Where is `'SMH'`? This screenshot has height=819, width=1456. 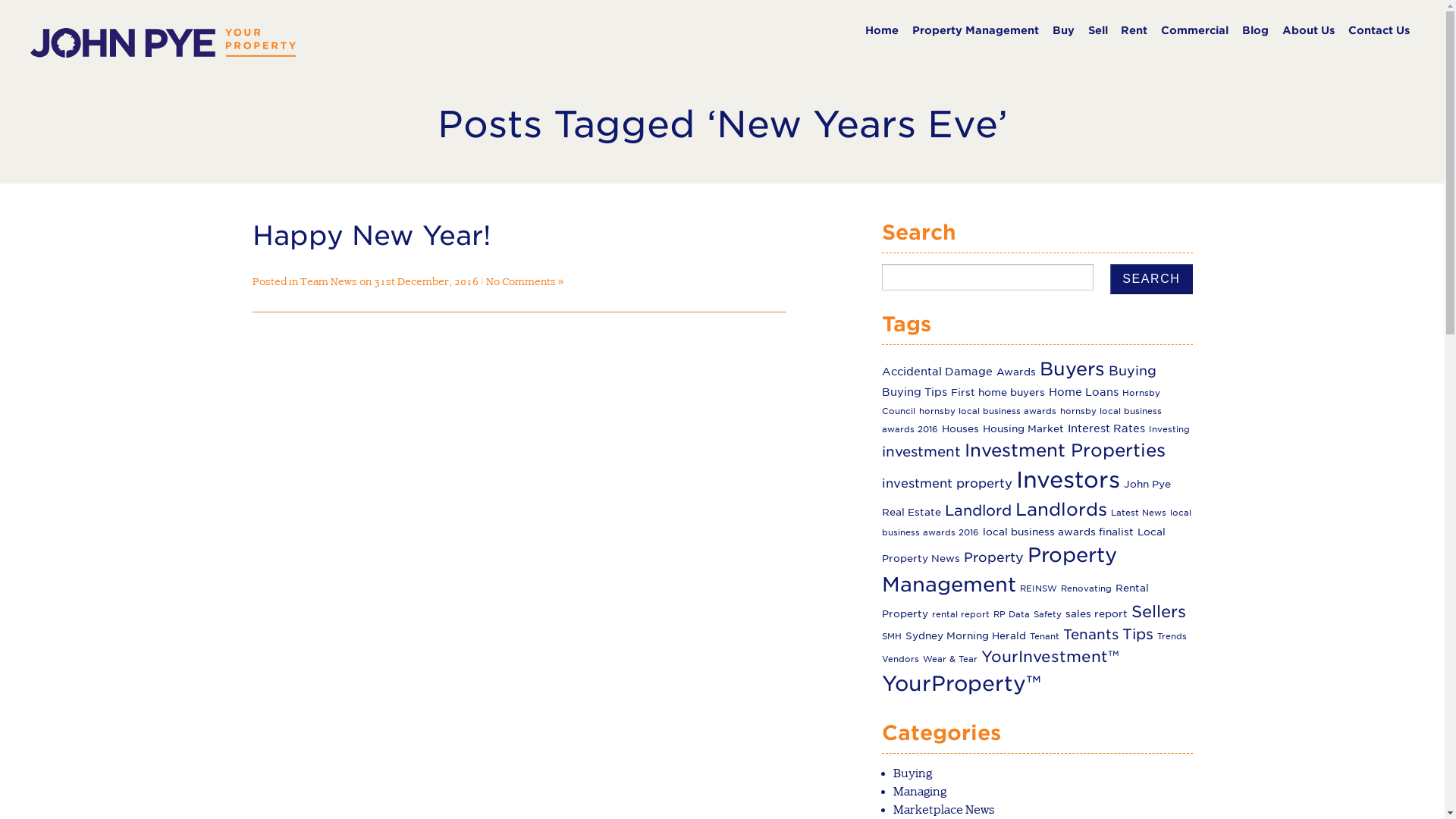 'SMH' is located at coordinates (892, 636).